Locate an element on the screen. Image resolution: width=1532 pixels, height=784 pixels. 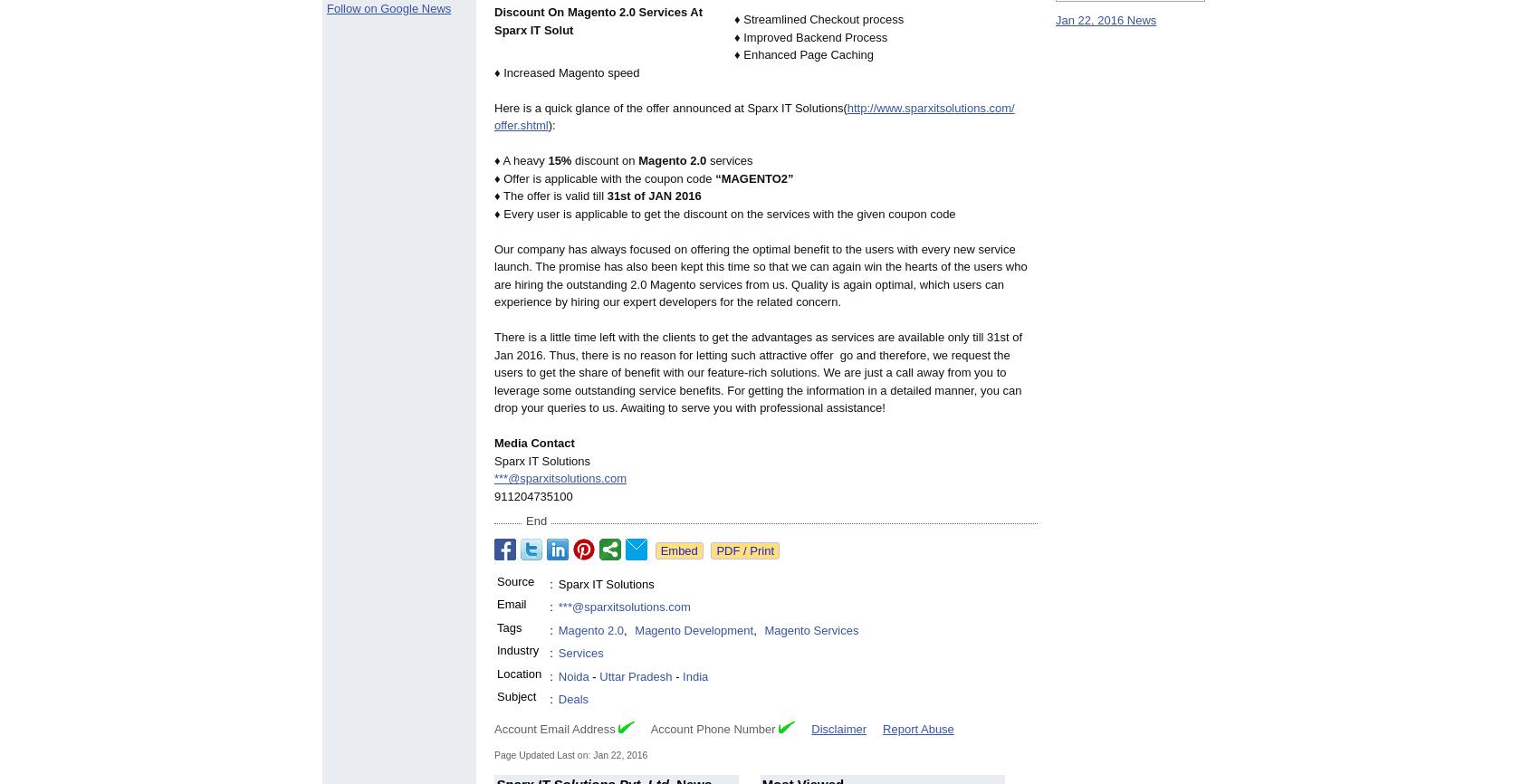
'♦ Offer is applicable with the coupon code' is located at coordinates (605, 177).